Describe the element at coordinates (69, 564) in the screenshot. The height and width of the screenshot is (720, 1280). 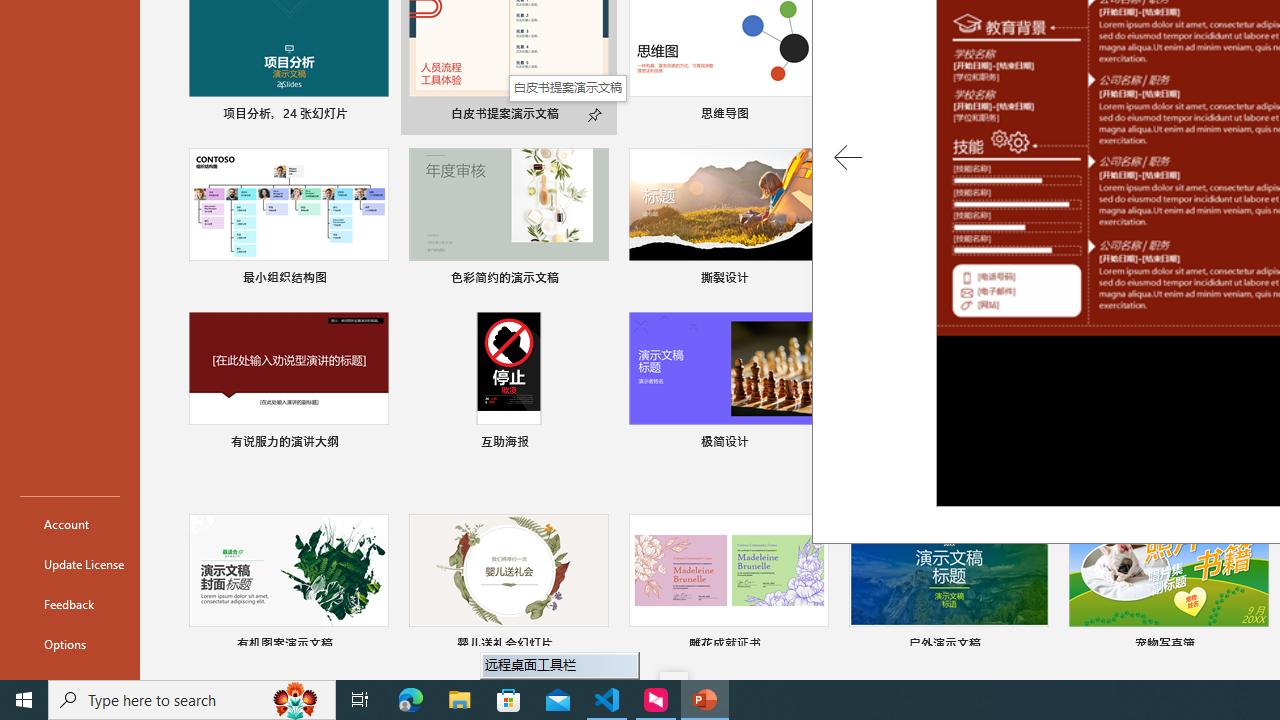
I see `'Update License'` at that location.